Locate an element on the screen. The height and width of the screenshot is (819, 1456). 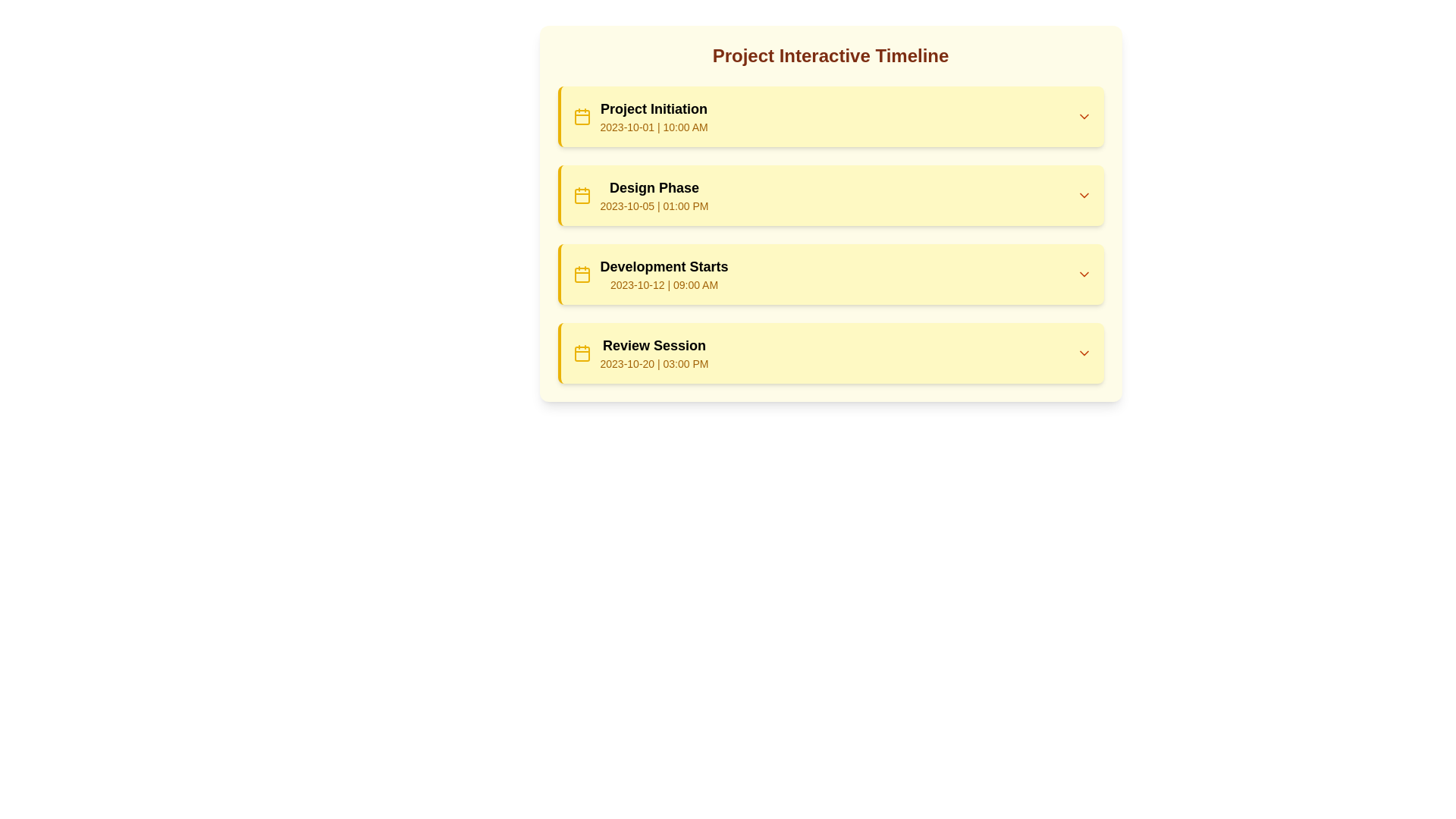
the text label that serves as a title for the corresponding timeline entry, located above the date and time '2023-10-20 | 03:00 PM' in the fourth card of the timeline is located at coordinates (654, 345).